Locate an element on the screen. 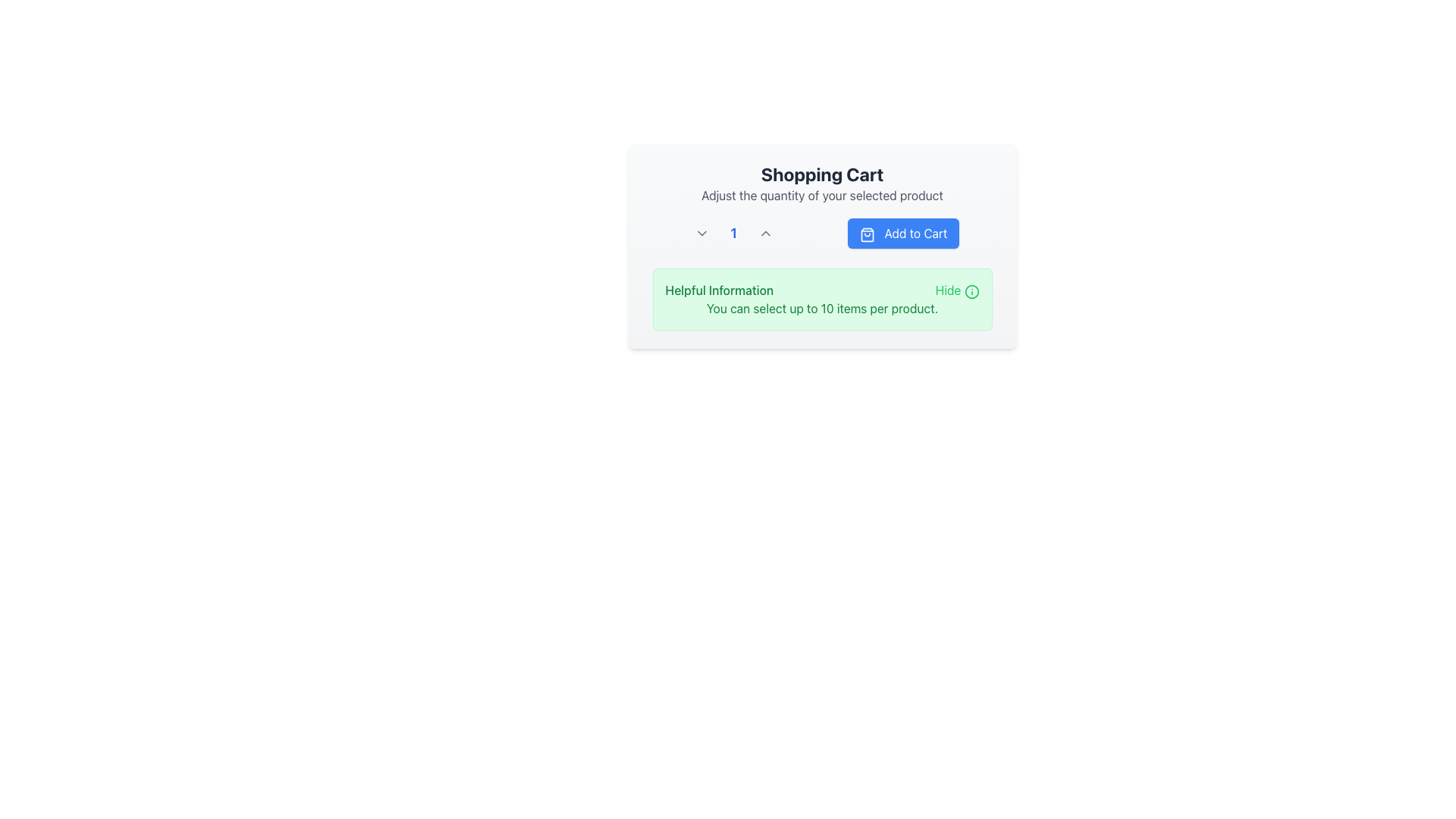  the static text providing guidance on the quantity adjustment feature in the shopping cart interface, located below the 'Shopping Cart' heading is located at coordinates (821, 195).